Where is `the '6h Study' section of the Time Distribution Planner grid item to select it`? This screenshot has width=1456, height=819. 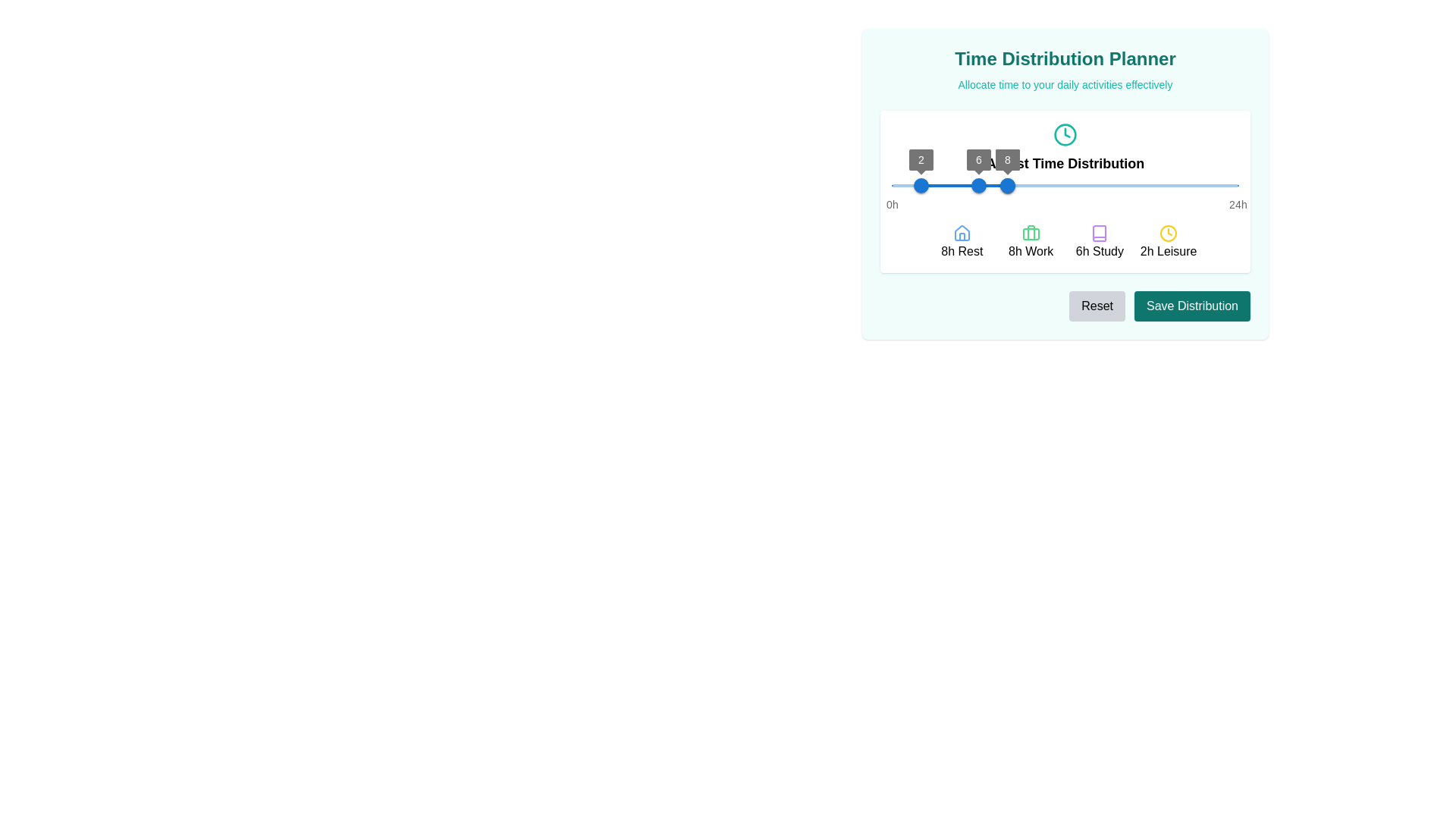 the '6h Study' section of the Time Distribution Planner grid item to select it is located at coordinates (1065, 242).